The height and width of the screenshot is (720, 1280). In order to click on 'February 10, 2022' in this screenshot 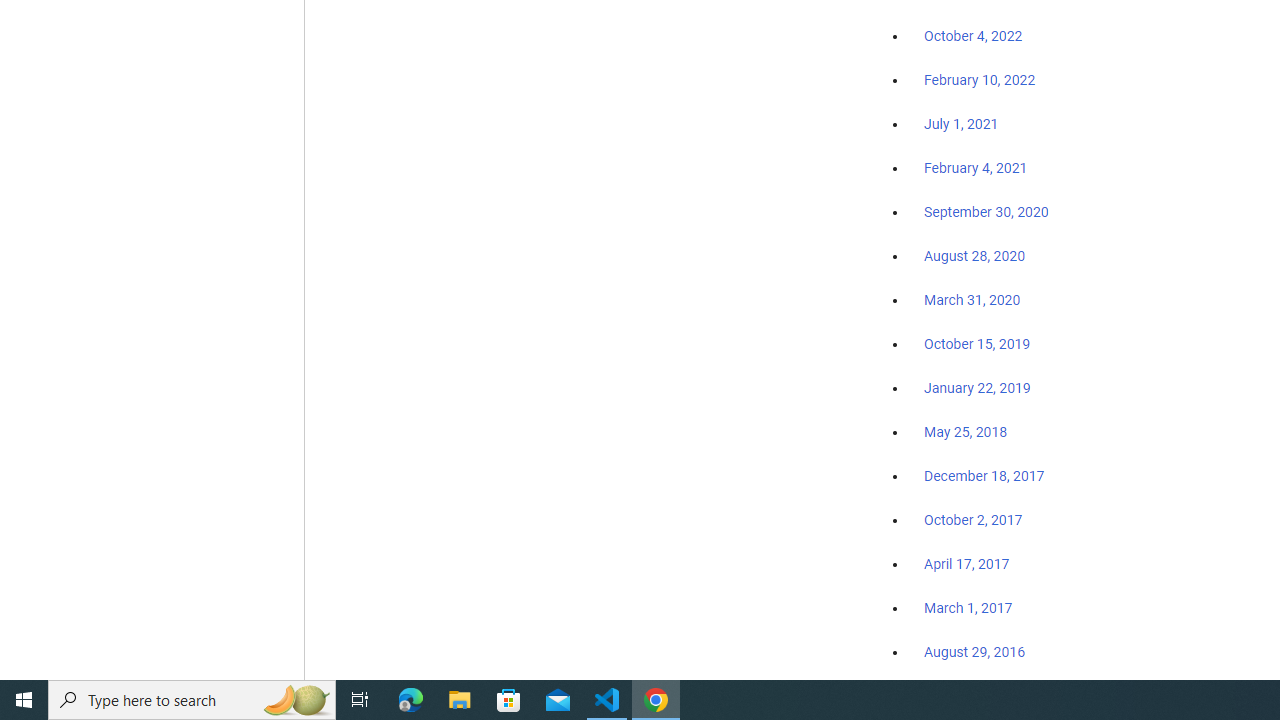, I will do `click(979, 80)`.